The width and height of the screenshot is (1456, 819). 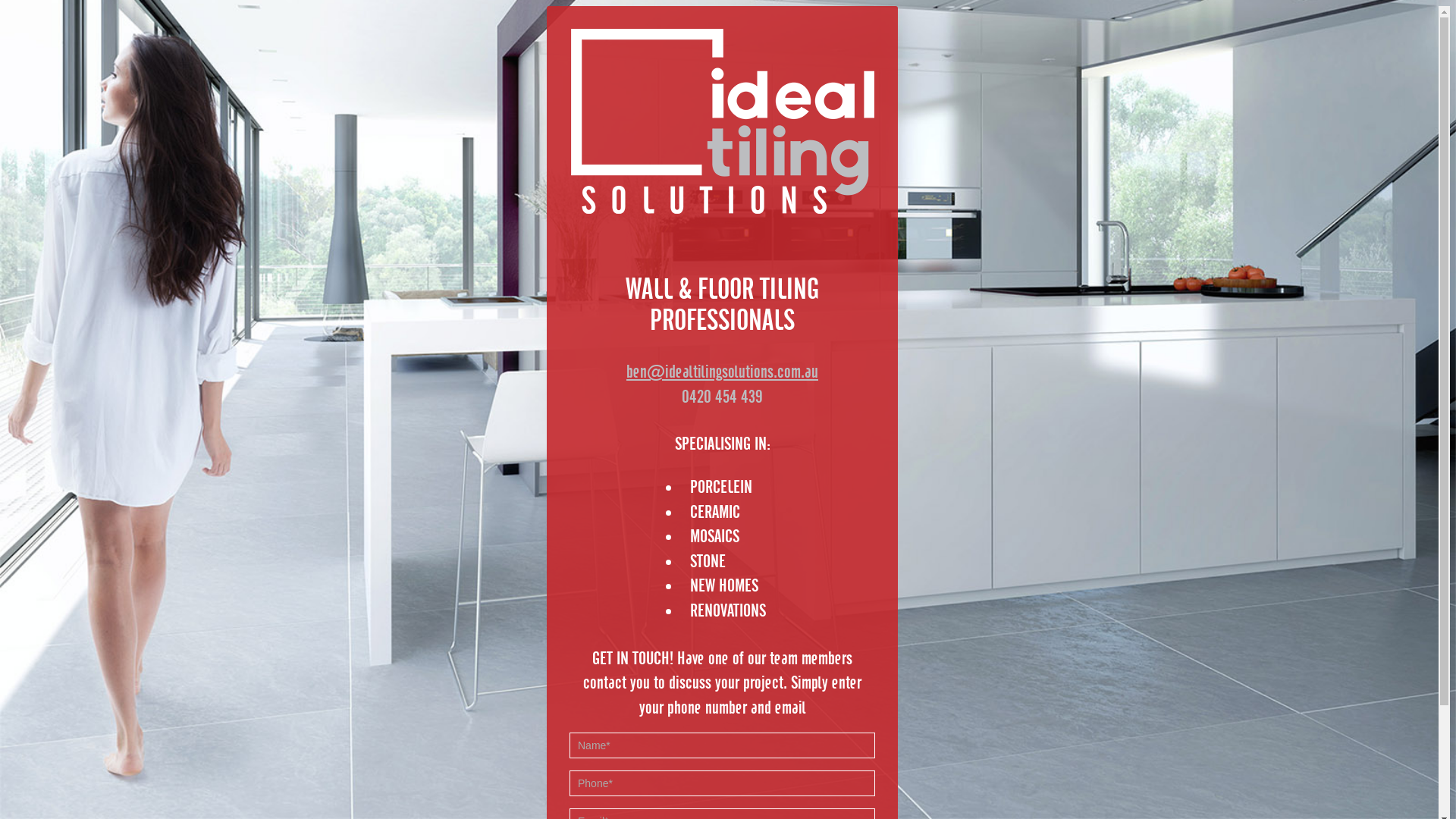 What do you see at coordinates (721, 371) in the screenshot?
I see `'ben@idealtilingsolutions.com.au'` at bounding box center [721, 371].